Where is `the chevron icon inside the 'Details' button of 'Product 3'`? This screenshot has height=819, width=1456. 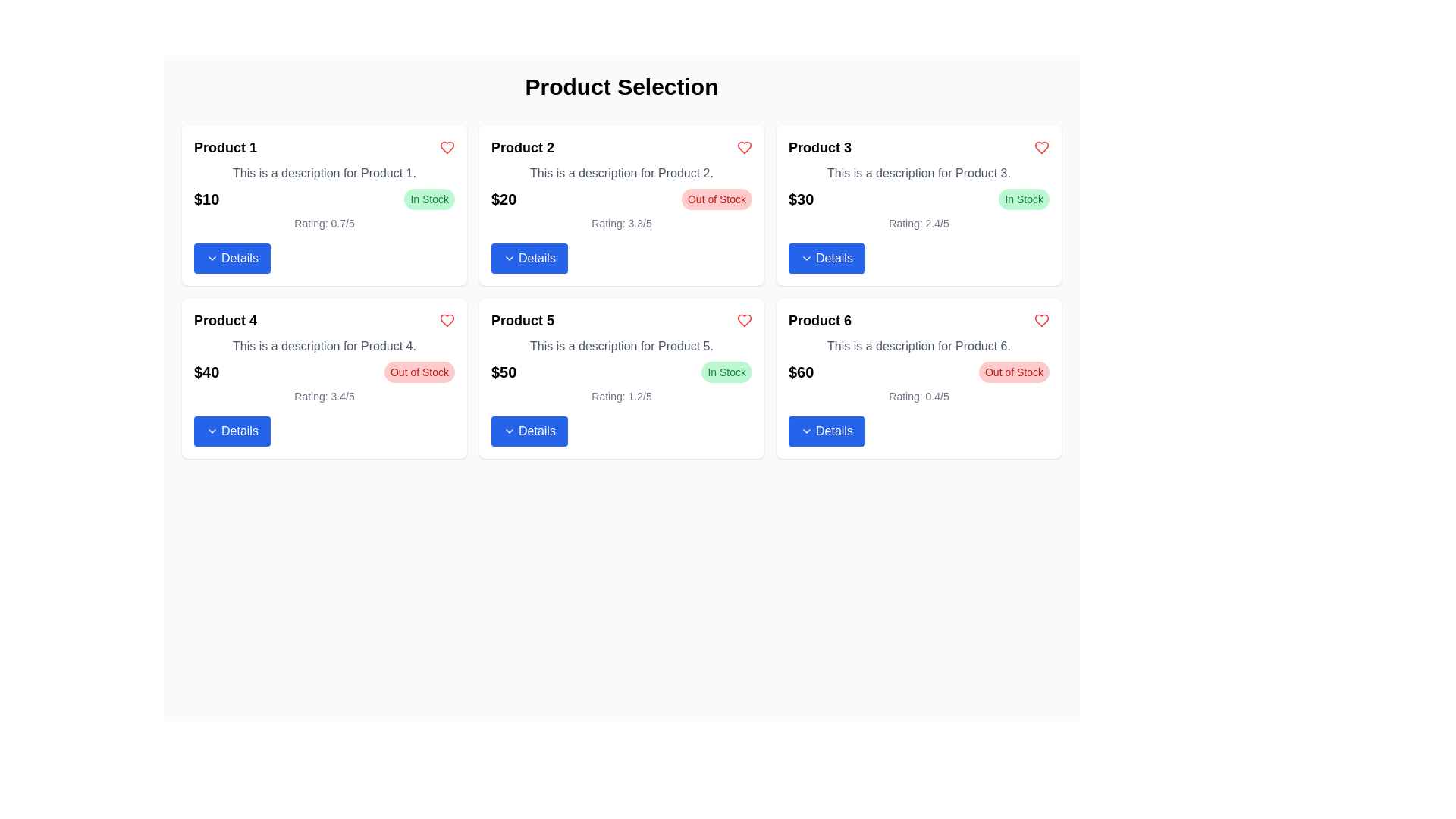 the chevron icon inside the 'Details' button of 'Product 3' is located at coordinates (806, 257).